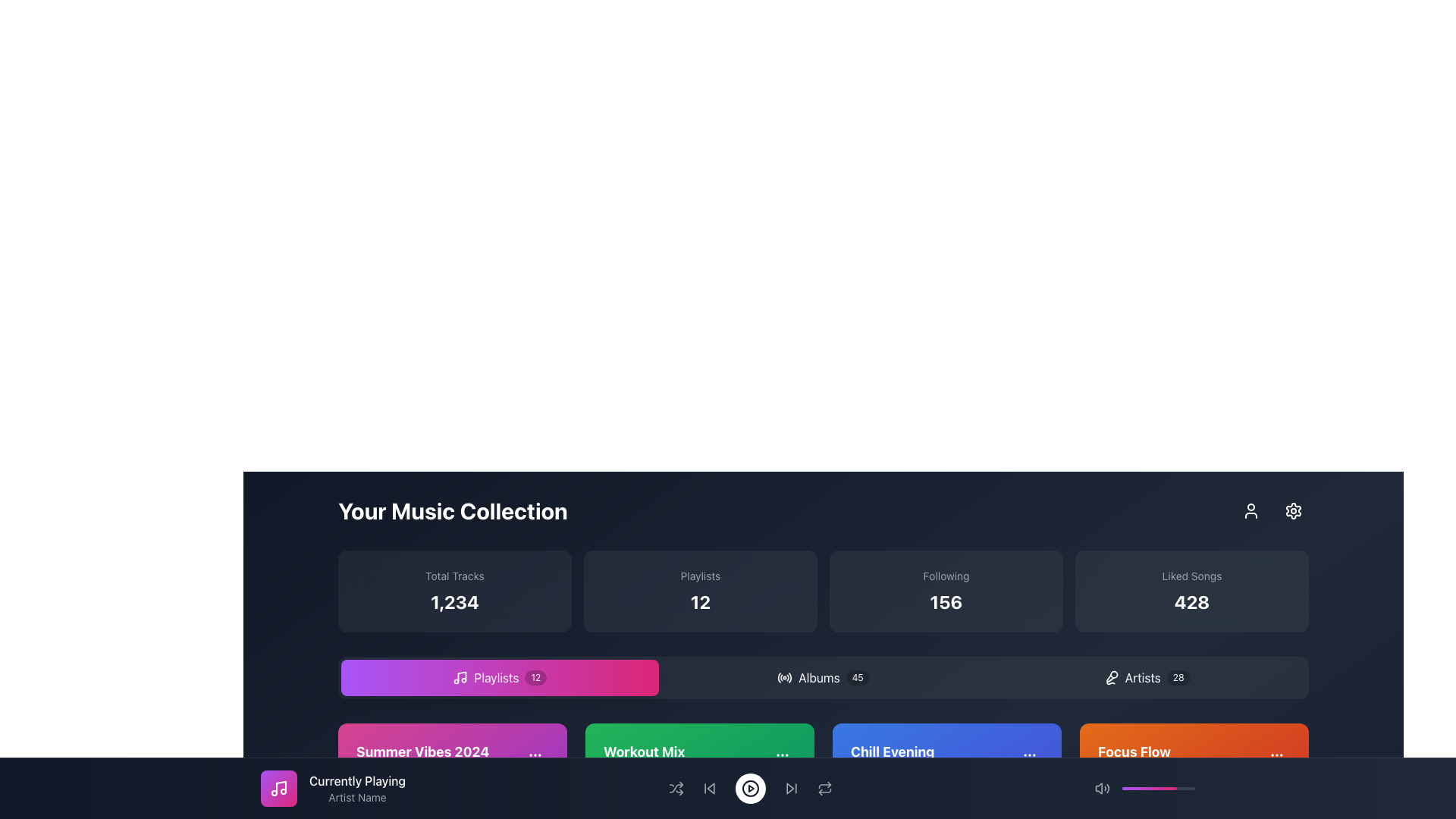 This screenshot has height=819, width=1456. Describe the element at coordinates (789, 676) in the screenshot. I see `the fifth circular arc element in the bottom right section of the layout that represents a radio wave-like icon` at that location.